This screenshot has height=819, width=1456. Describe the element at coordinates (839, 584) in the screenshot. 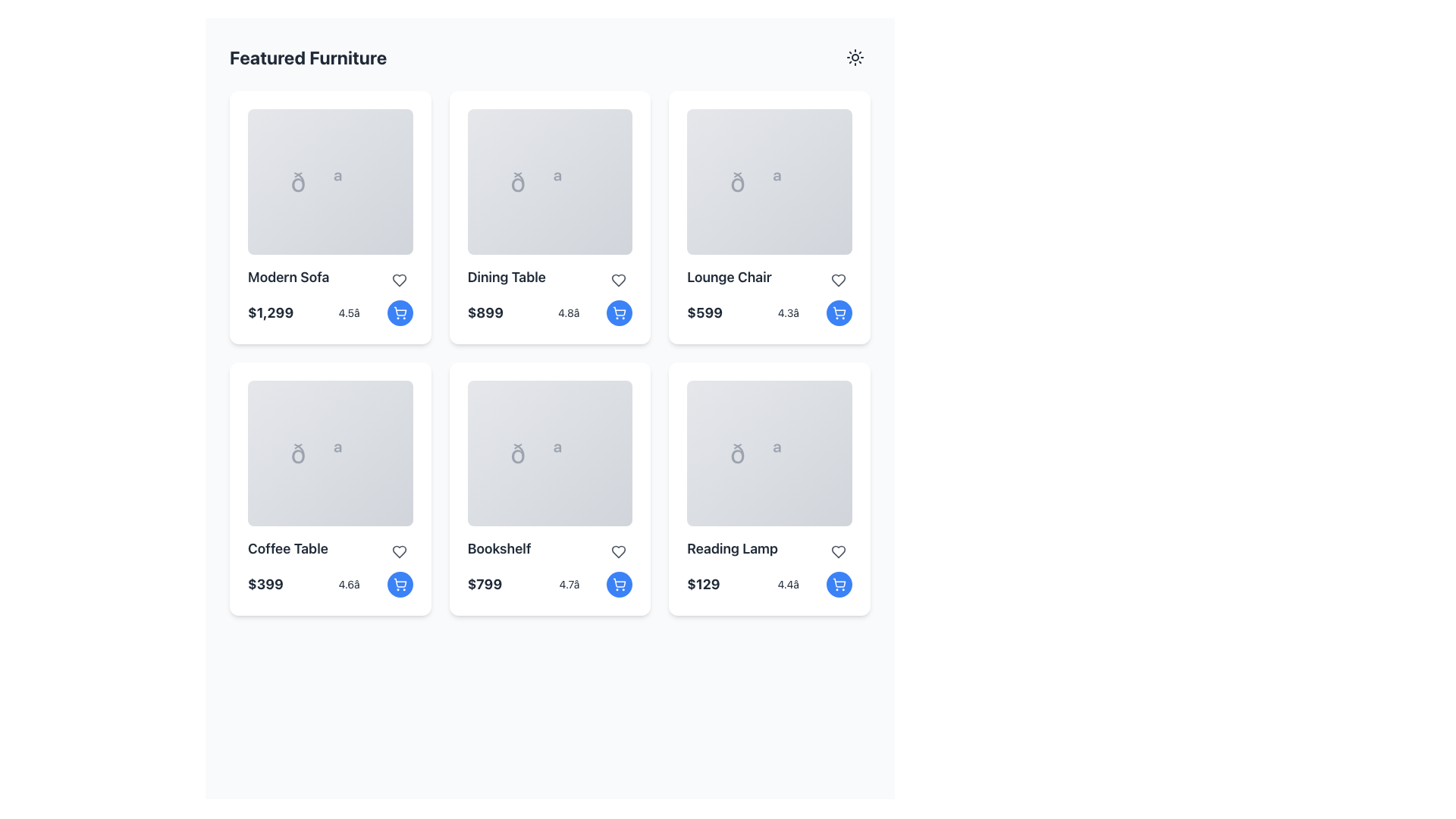

I see `the shopping cart icon button located at the bottom-right corner of the 'Reading Lamp' product card` at that location.